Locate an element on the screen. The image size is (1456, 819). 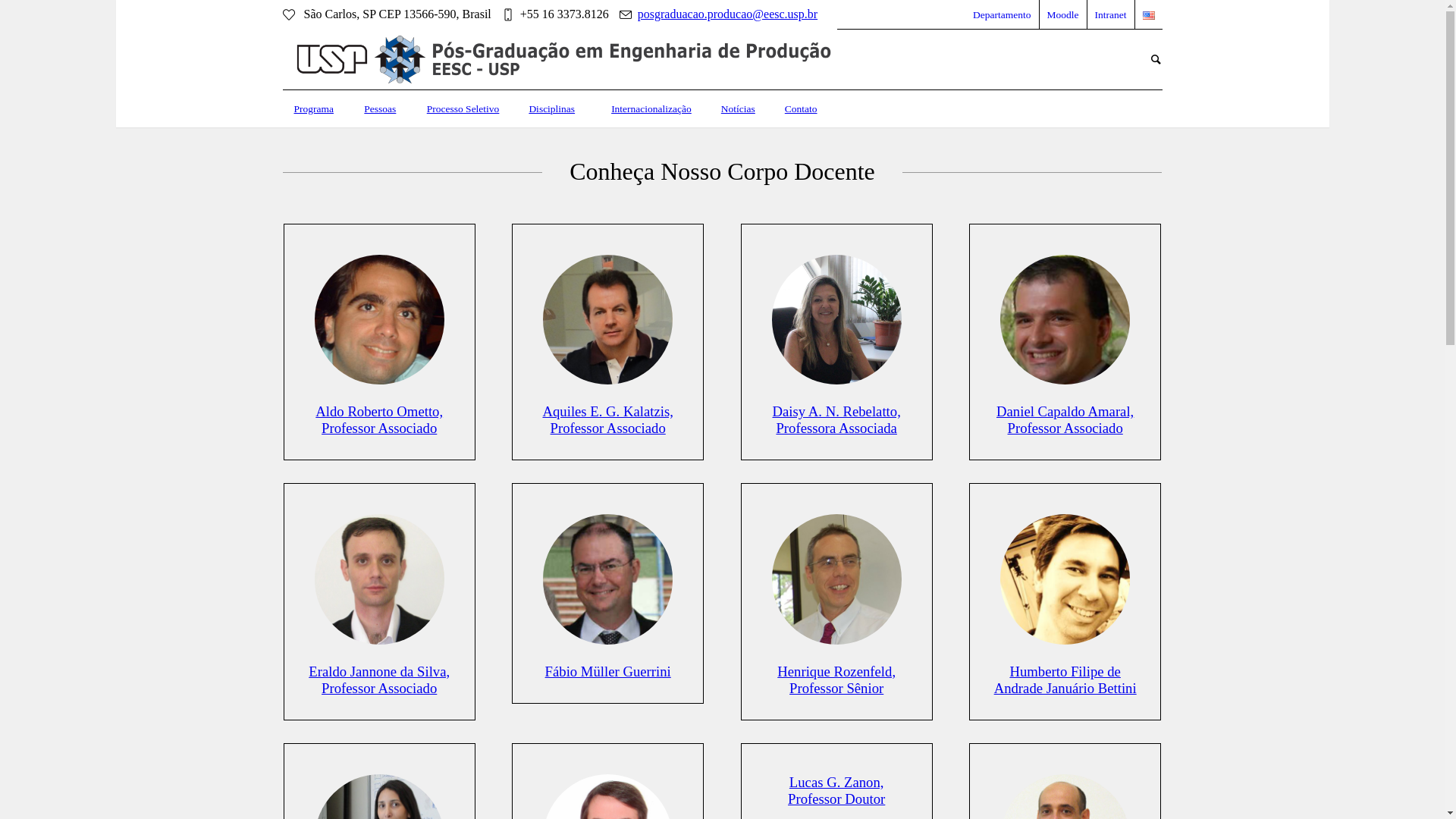
'posgraduacao.producao@eesc.usp.br' is located at coordinates (637, 14).